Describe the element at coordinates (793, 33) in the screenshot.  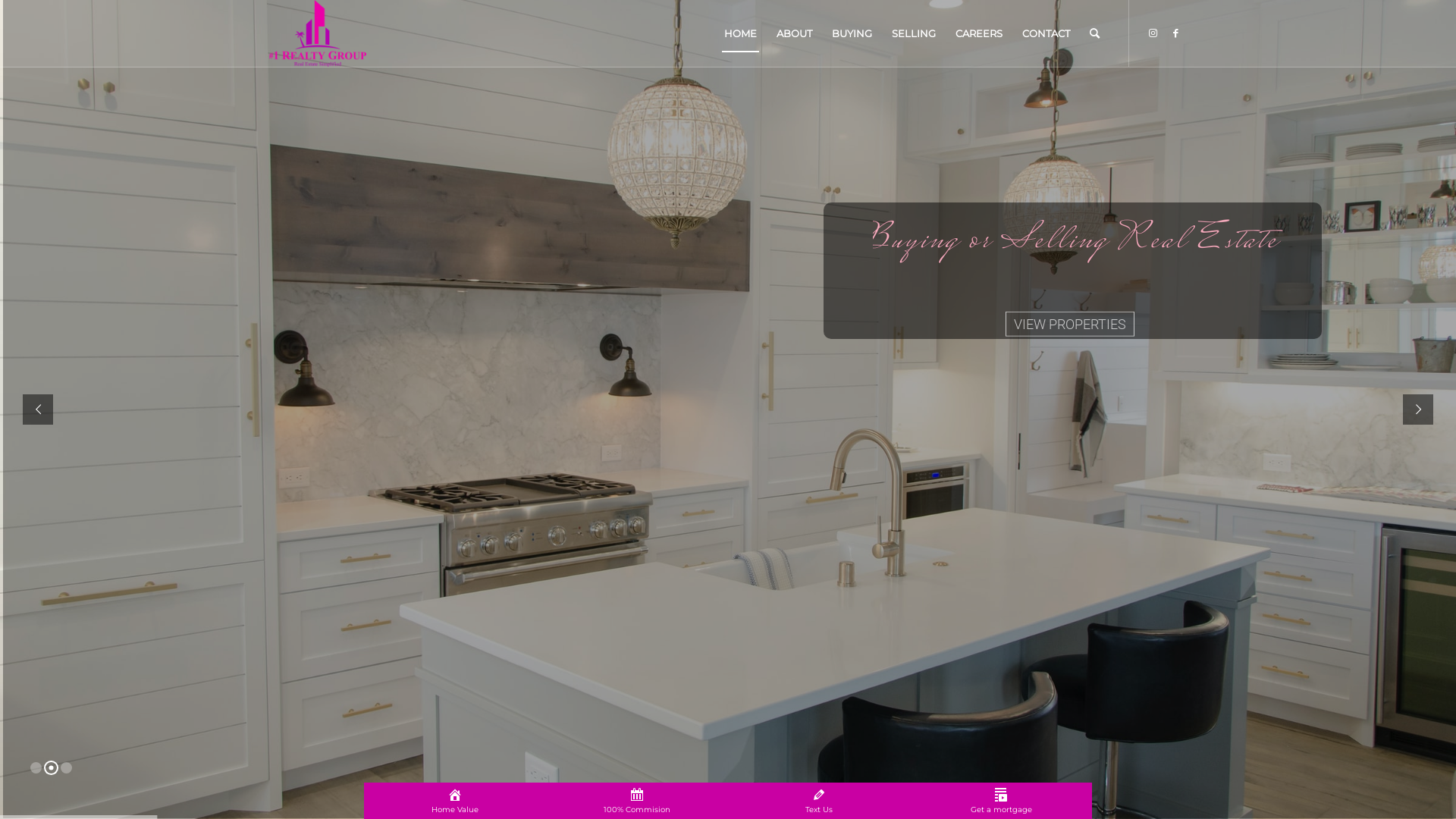
I see `'ABOUT'` at that location.